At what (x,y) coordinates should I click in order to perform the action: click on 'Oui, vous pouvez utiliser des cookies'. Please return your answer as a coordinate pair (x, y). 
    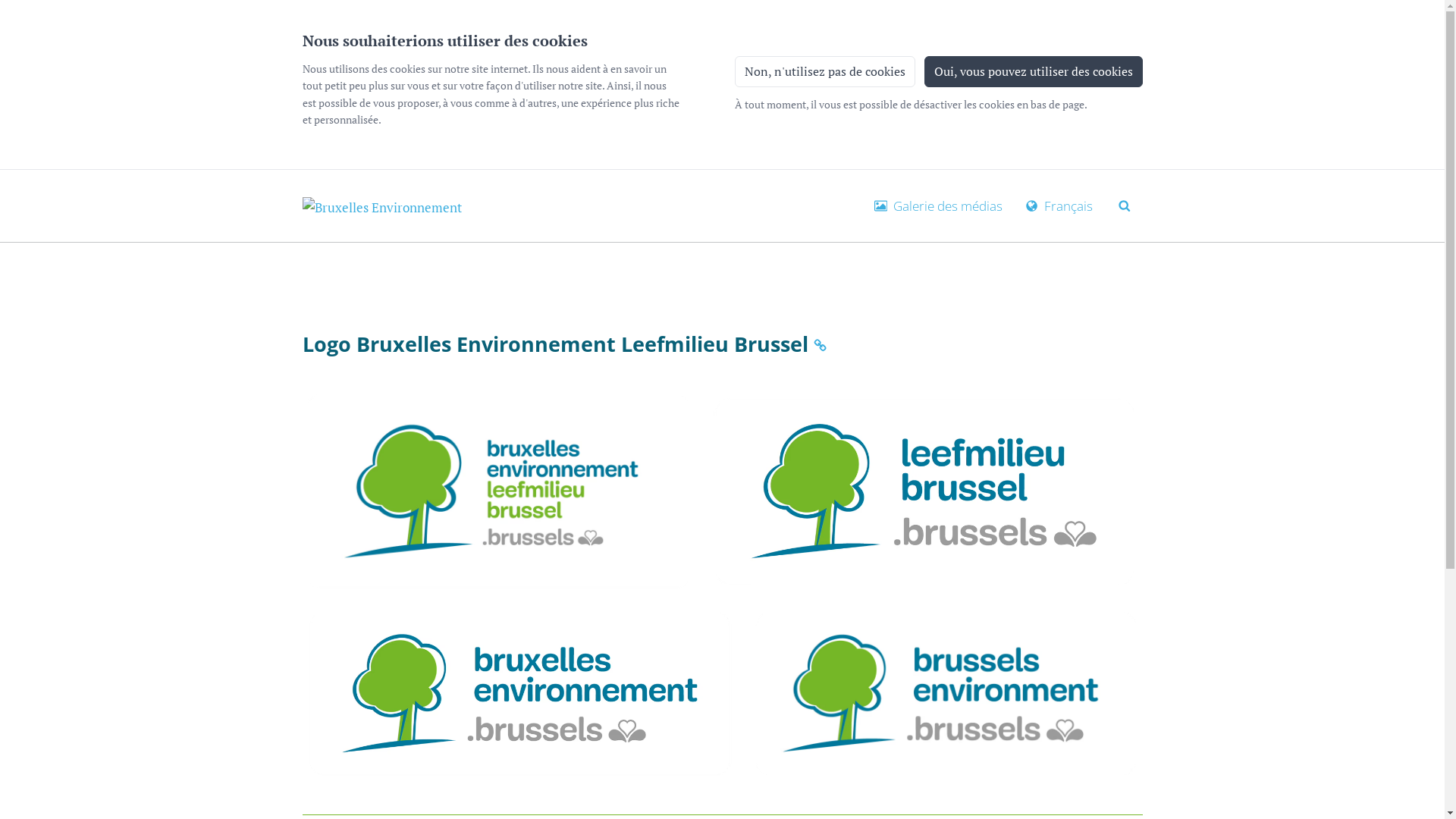
    Looking at the image, I should click on (1032, 71).